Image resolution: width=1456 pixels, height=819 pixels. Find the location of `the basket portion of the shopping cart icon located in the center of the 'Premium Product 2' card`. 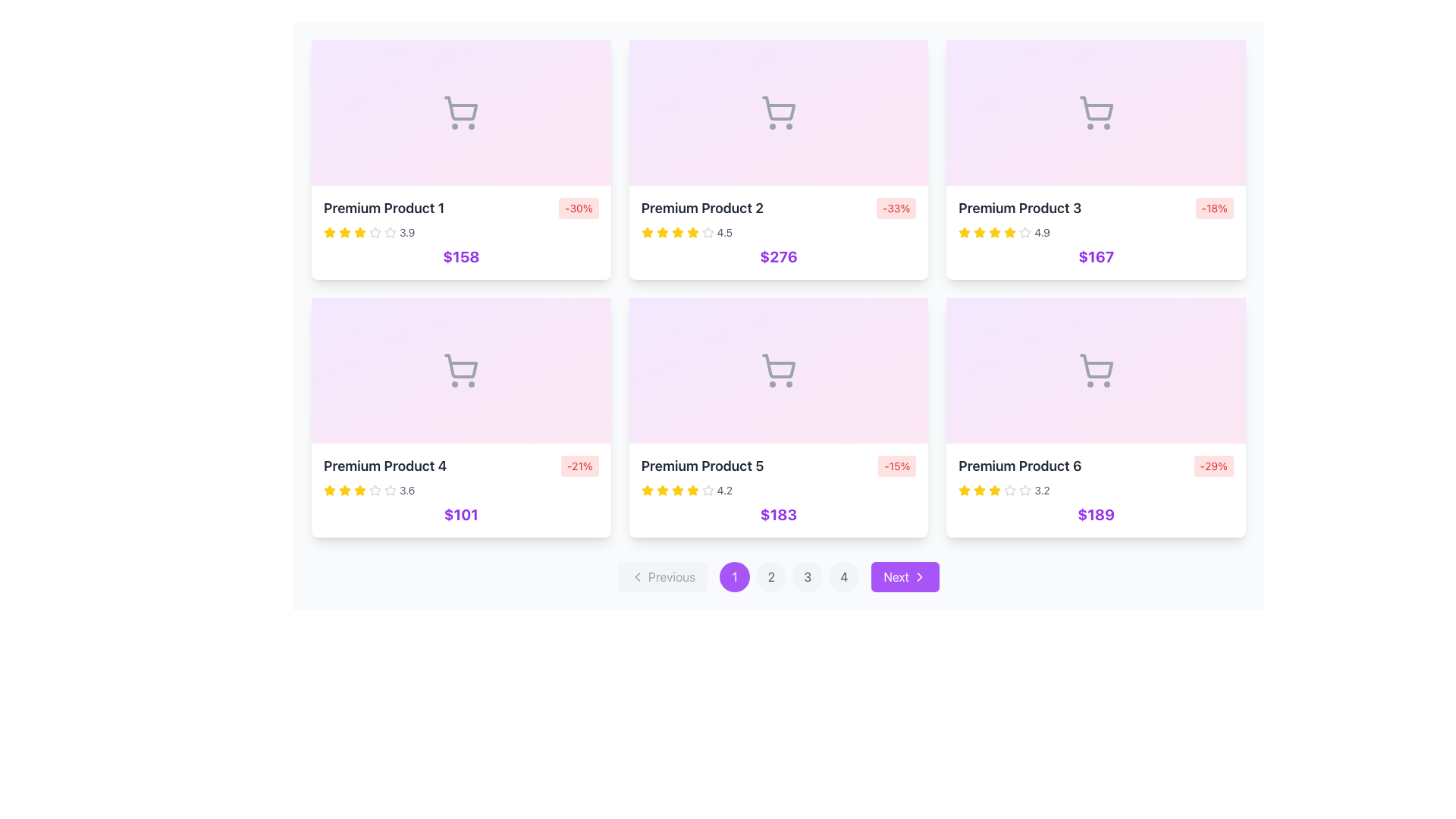

the basket portion of the shopping cart icon located in the center of the 'Premium Product 2' card is located at coordinates (779, 108).